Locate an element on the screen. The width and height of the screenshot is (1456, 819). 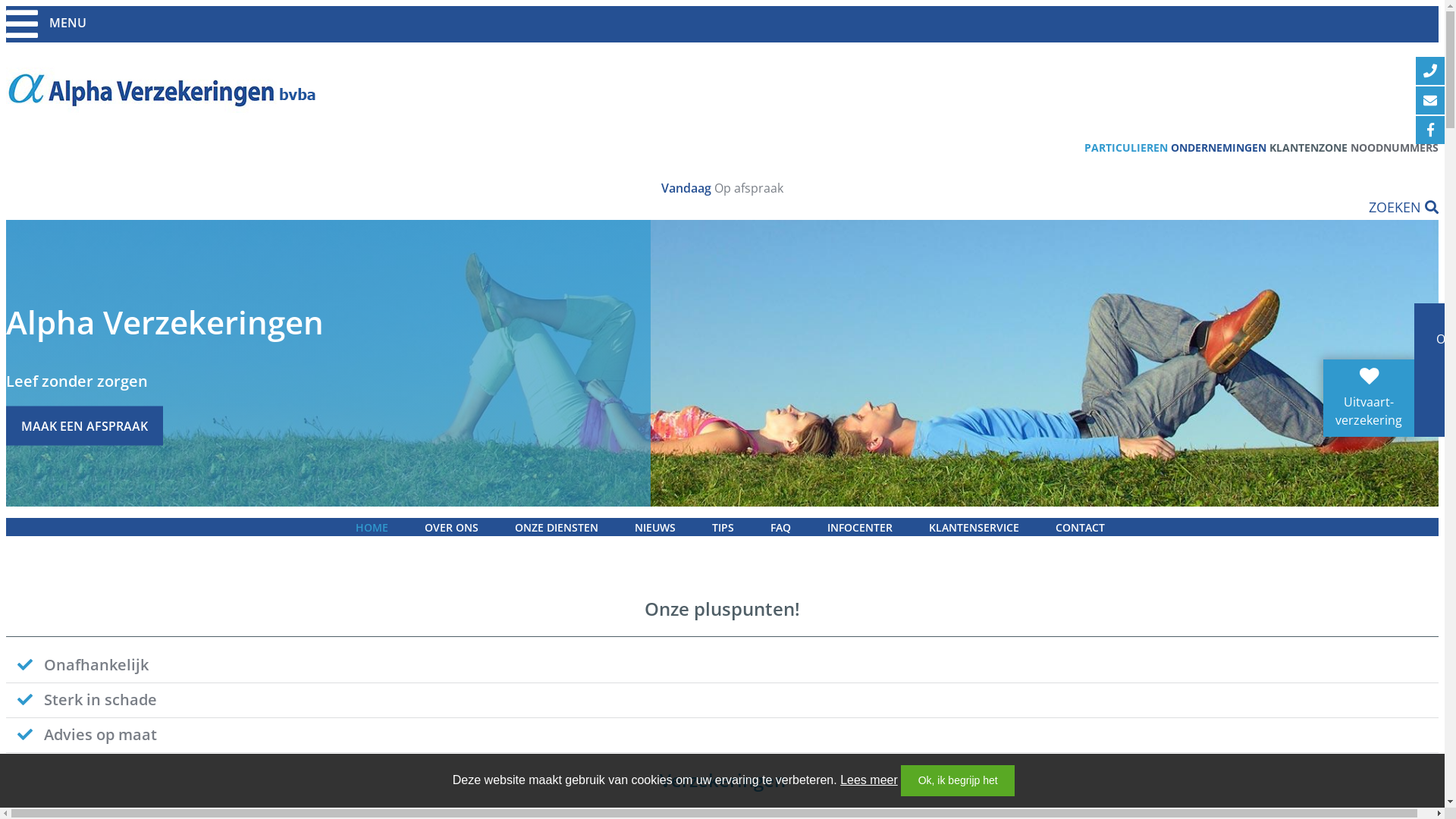
'FAQ' is located at coordinates (780, 526).